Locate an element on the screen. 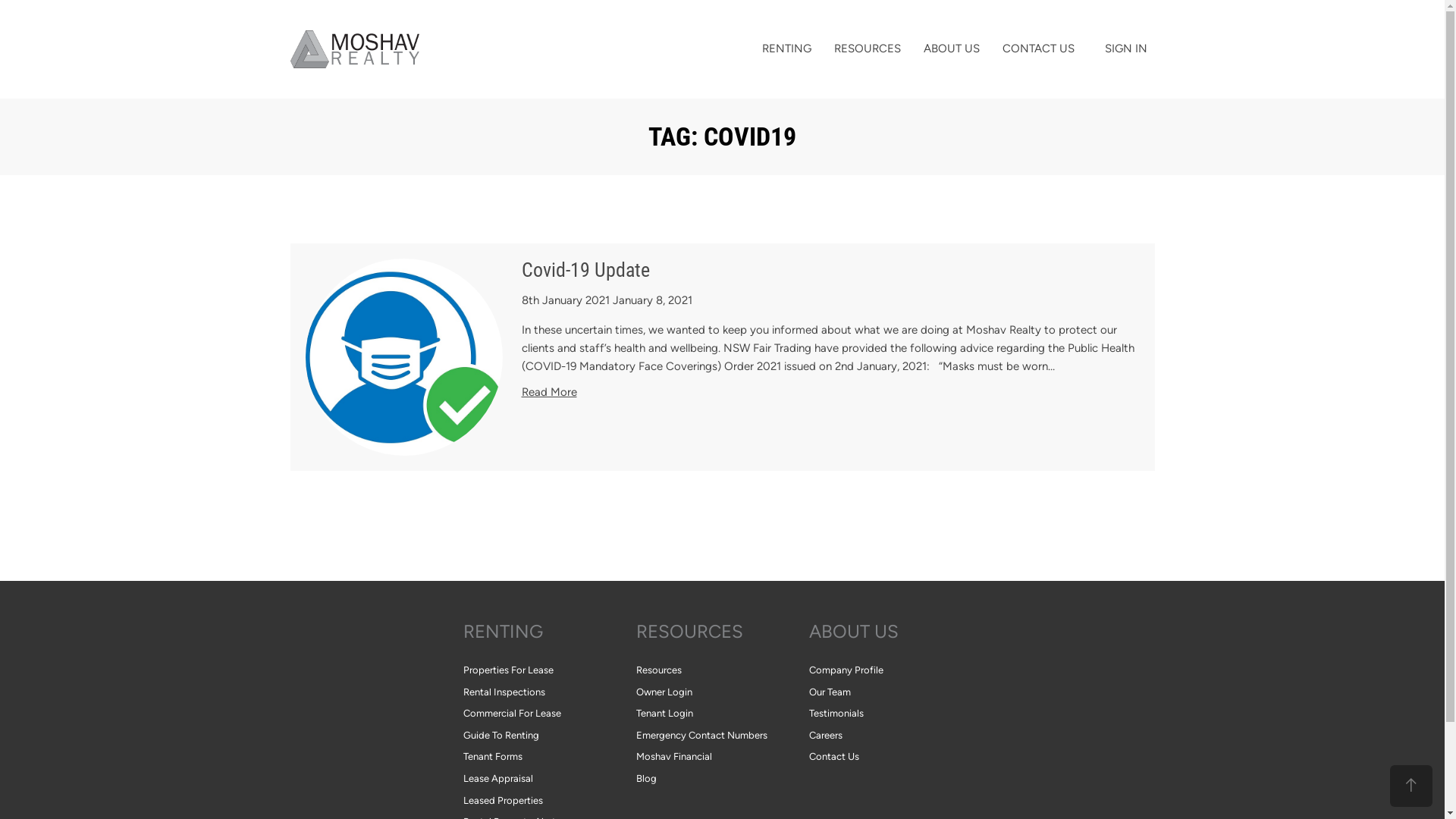  'SIGN IN' is located at coordinates (1125, 48).